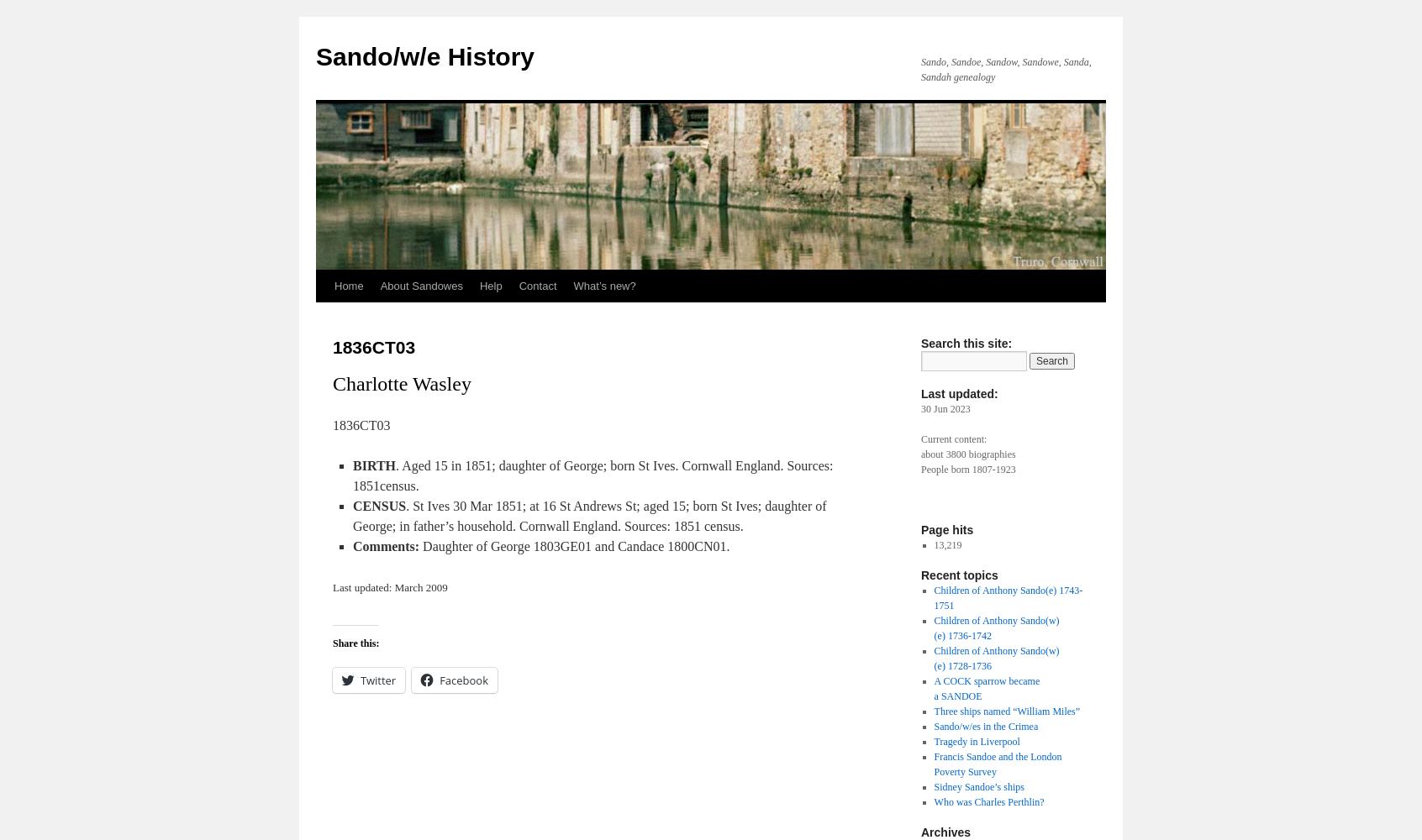 The width and height of the screenshot is (1422, 840). Describe the element at coordinates (355, 643) in the screenshot. I see `'Share this:'` at that location.